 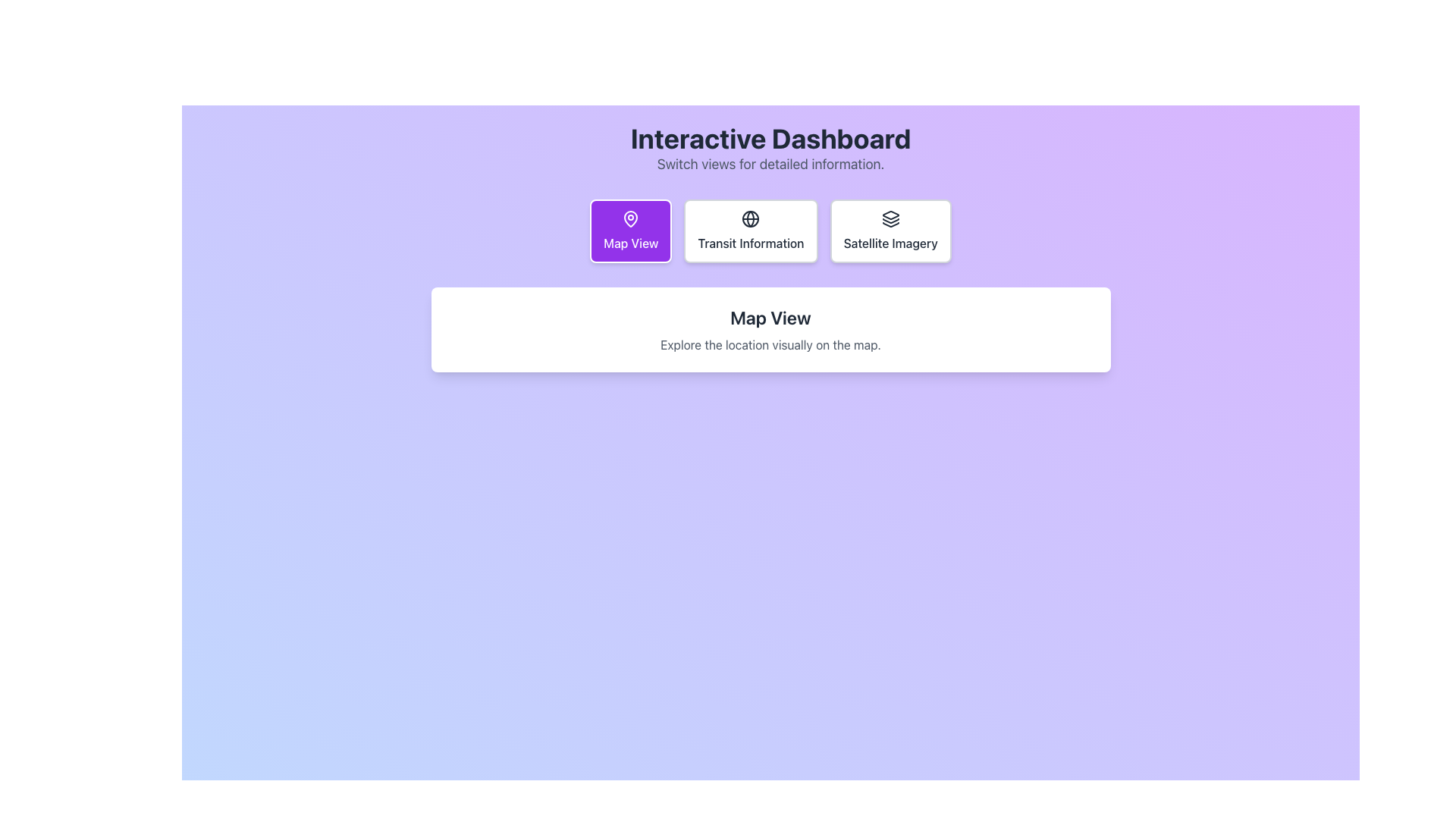 I want to click on the rectangular button with rounded corners, purple background, and white text labeled 'Map View', so click(x=630, y=231).